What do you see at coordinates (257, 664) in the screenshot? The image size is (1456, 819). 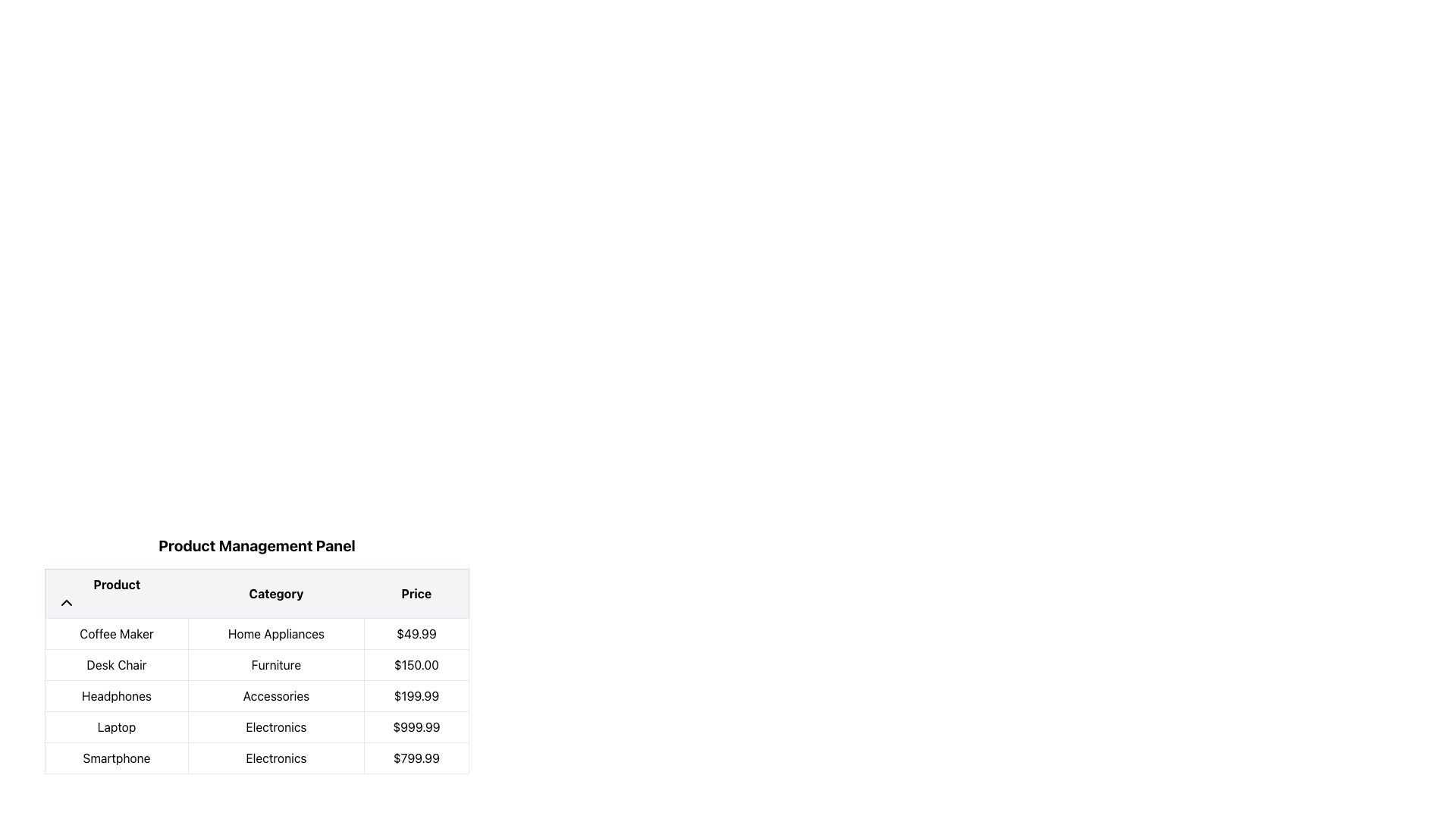 I see `the second row of the table in the 'Product Management Panel'` at bounding box center [257, 664].